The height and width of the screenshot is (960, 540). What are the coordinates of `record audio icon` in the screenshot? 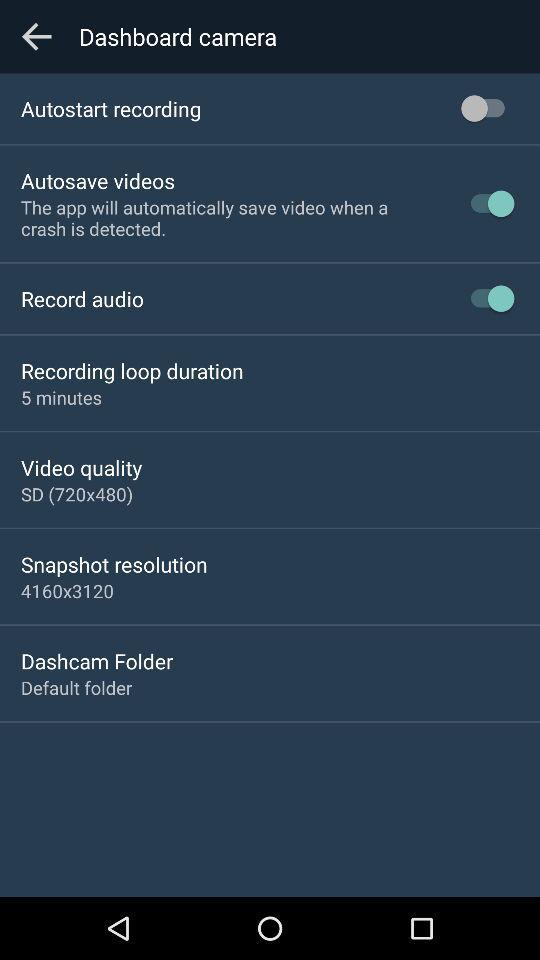 It's located at (81, 297).